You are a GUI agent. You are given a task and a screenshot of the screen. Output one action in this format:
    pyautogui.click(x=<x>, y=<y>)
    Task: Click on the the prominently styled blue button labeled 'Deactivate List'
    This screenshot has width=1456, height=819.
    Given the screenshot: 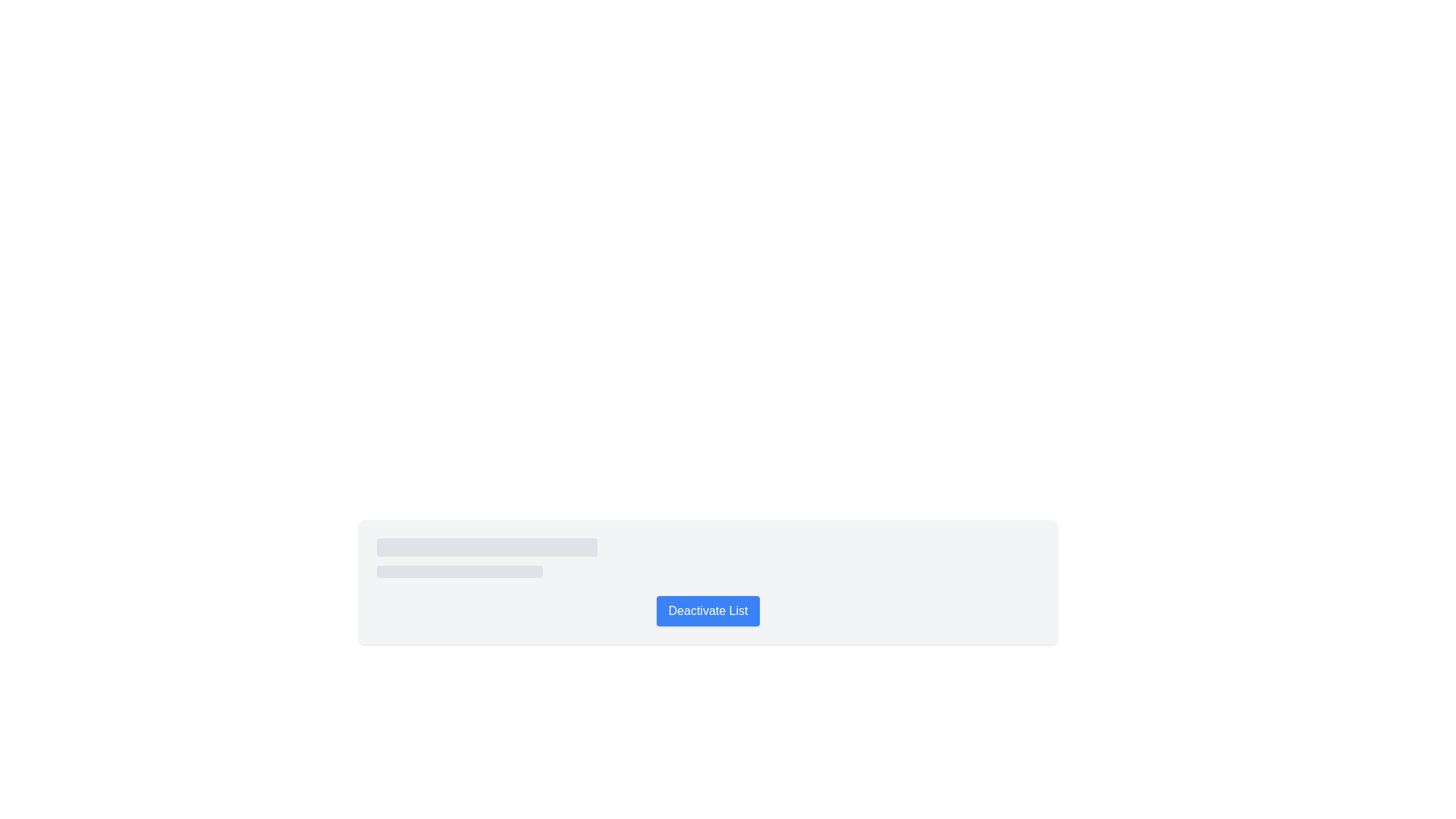 What is the action you would take?
    pyautogui.click(x=708, y=610)
    